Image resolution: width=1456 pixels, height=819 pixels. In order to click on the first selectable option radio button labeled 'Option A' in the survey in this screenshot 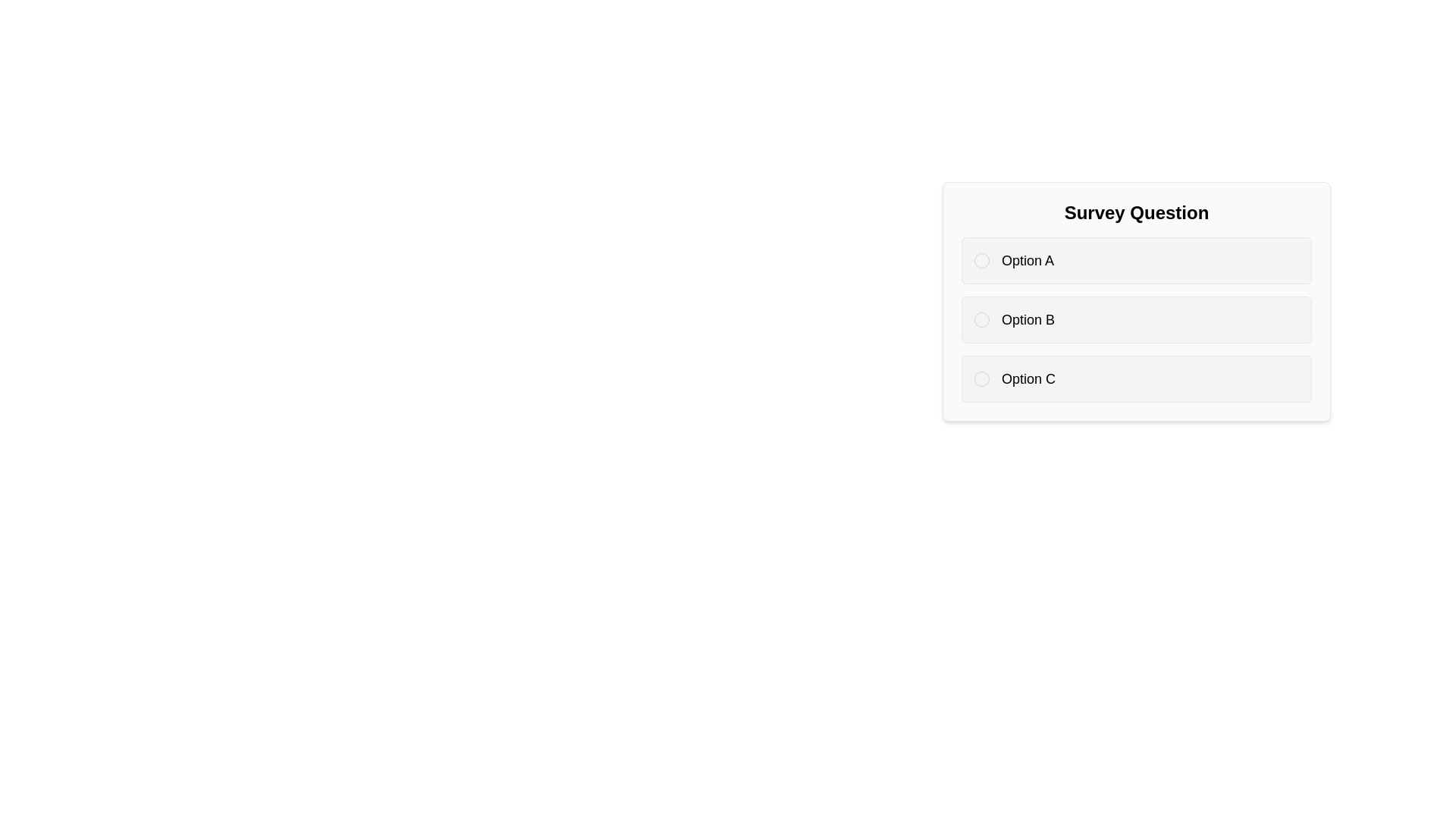, I will do `click(1136, 259)`.